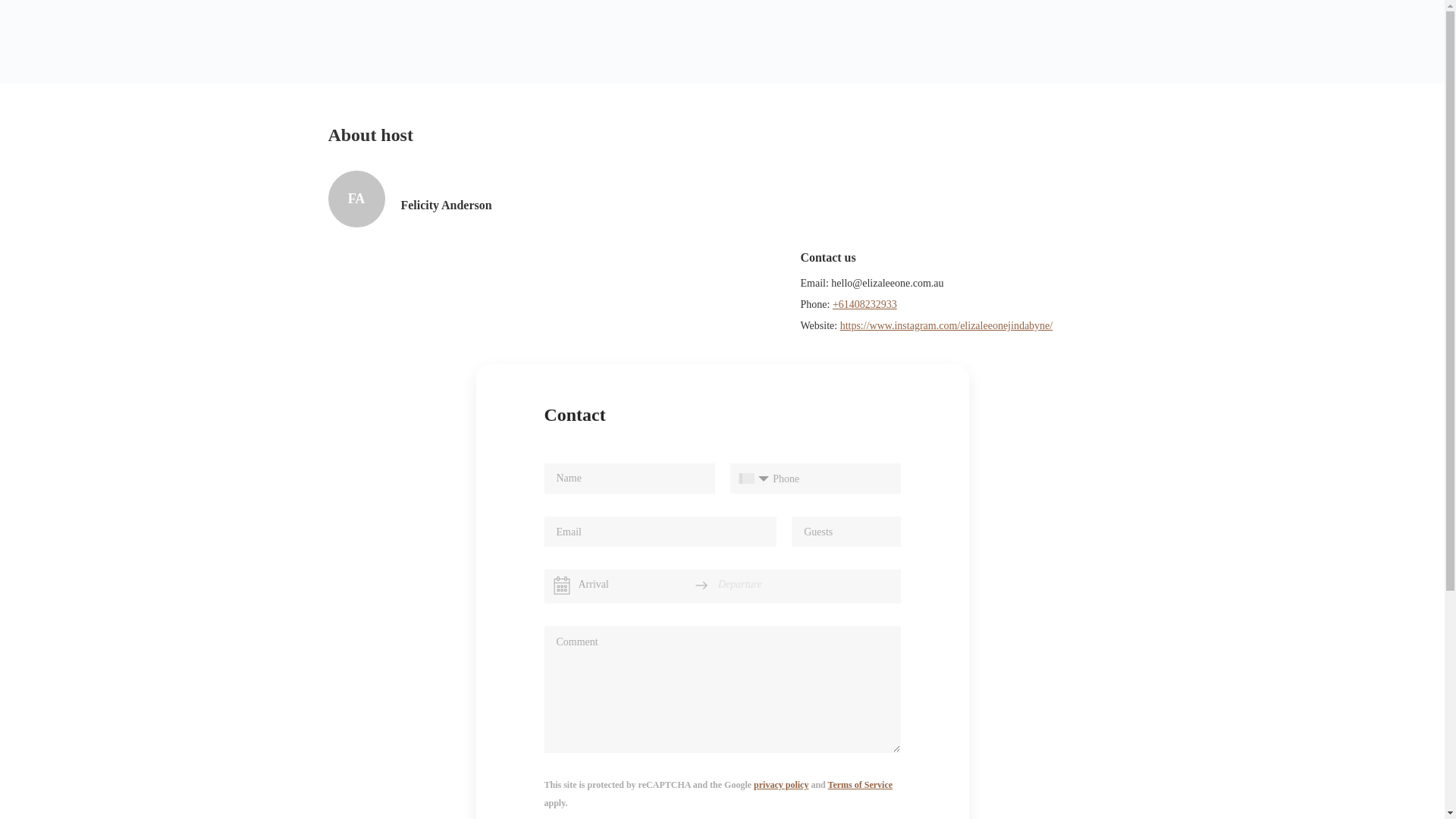 This screenshot has height=819, width=1456. What do you see at coordinates (839, 325) in the screenshot?
I see `'https://www.instagram.com/elizaleeonejindabyne/'` at bounding box center [839, 325].